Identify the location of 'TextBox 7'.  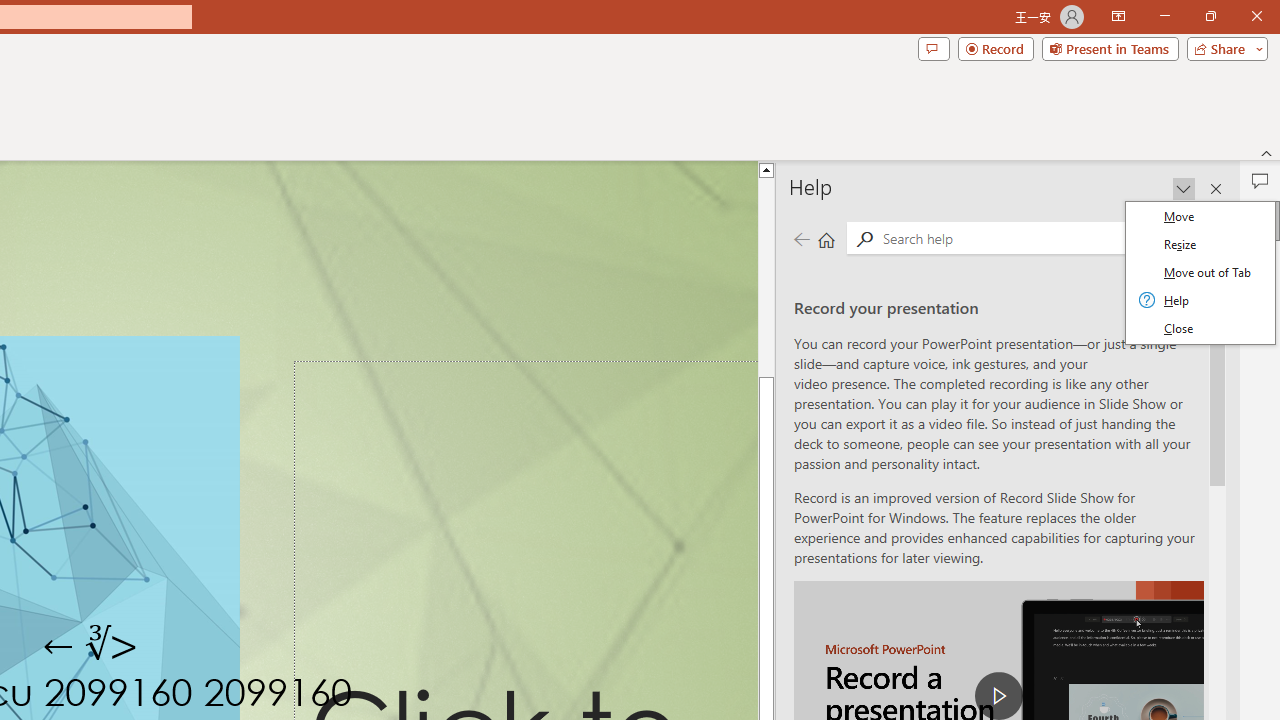
(90, 645).